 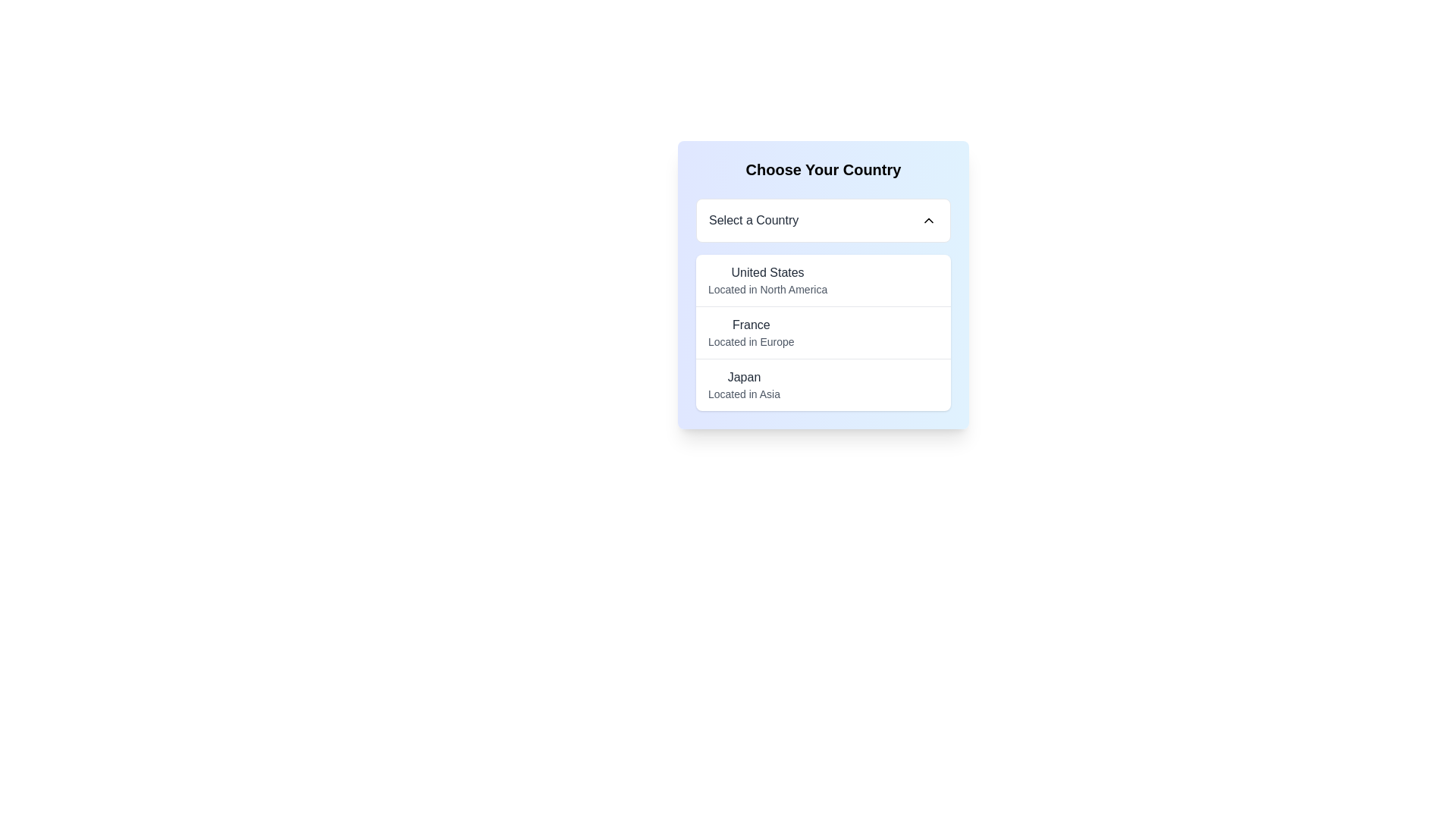 What do you see at coordinates (744, 394) in the screenshot?
I see `the static text element displaying 'Located in Asia', which is positioned directly under 'Japan' and styled in small gray font` at bounding box center [744, 394].